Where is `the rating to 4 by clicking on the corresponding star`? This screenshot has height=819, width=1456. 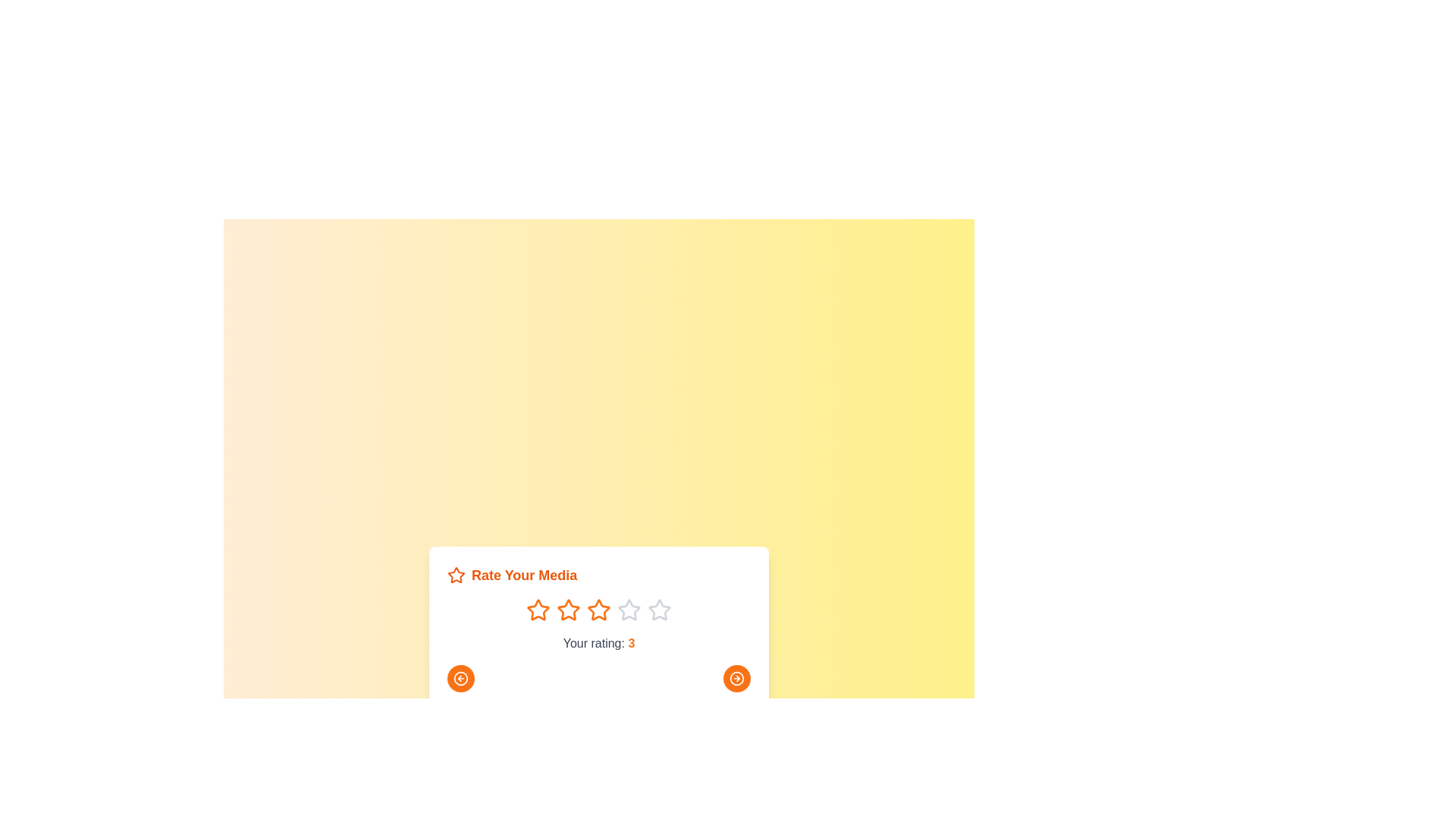 the rating to 4 by clicking on the corresponding star is located at coordinates (629, 610).